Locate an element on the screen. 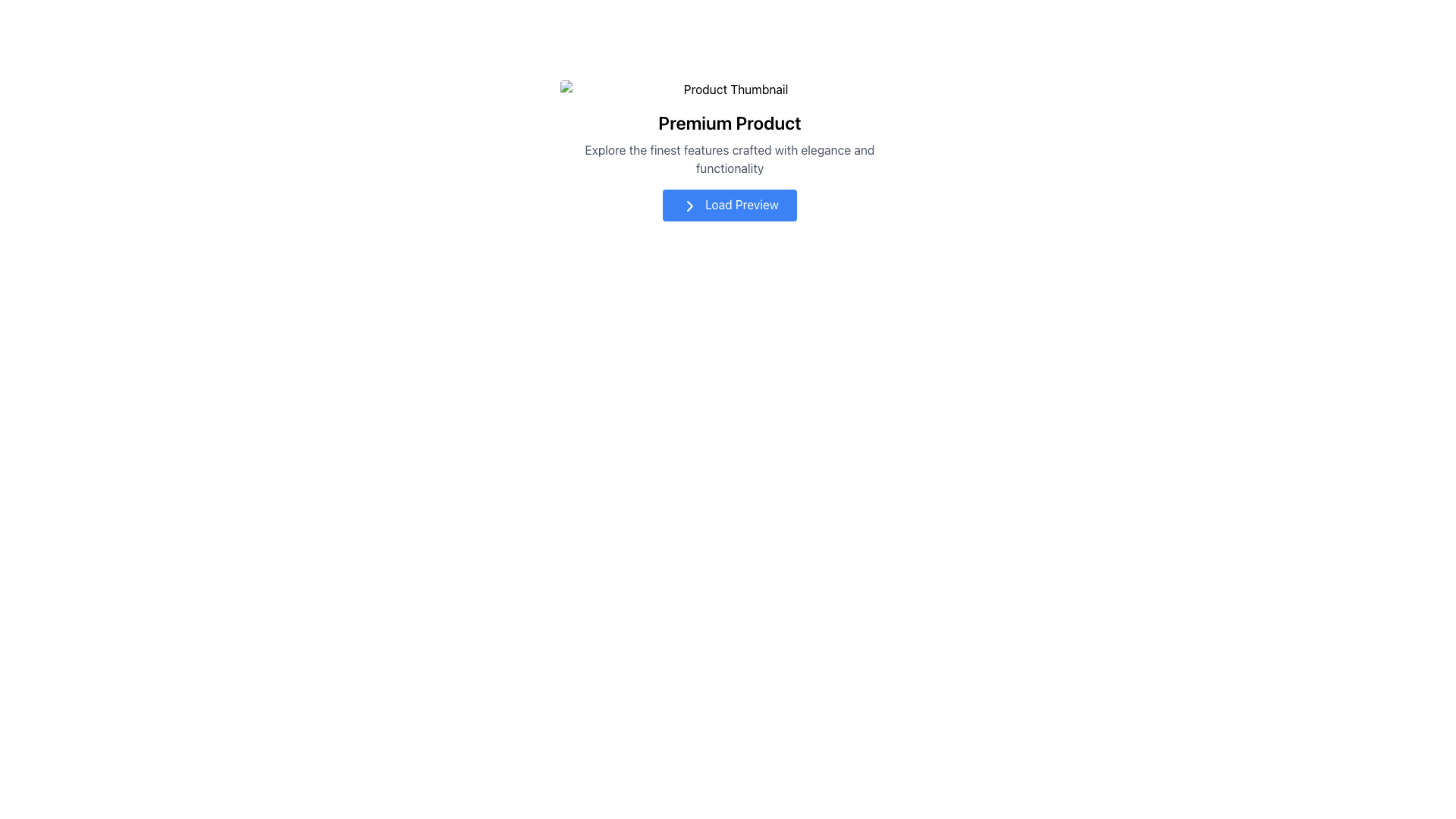 The height and width of the screenshot is (819, 1456). the button that initiates loading a preview, located below the description text 'Explore the finest features crafted with elegance and functionality', to change its appearance is located at coordinates (730, 205).